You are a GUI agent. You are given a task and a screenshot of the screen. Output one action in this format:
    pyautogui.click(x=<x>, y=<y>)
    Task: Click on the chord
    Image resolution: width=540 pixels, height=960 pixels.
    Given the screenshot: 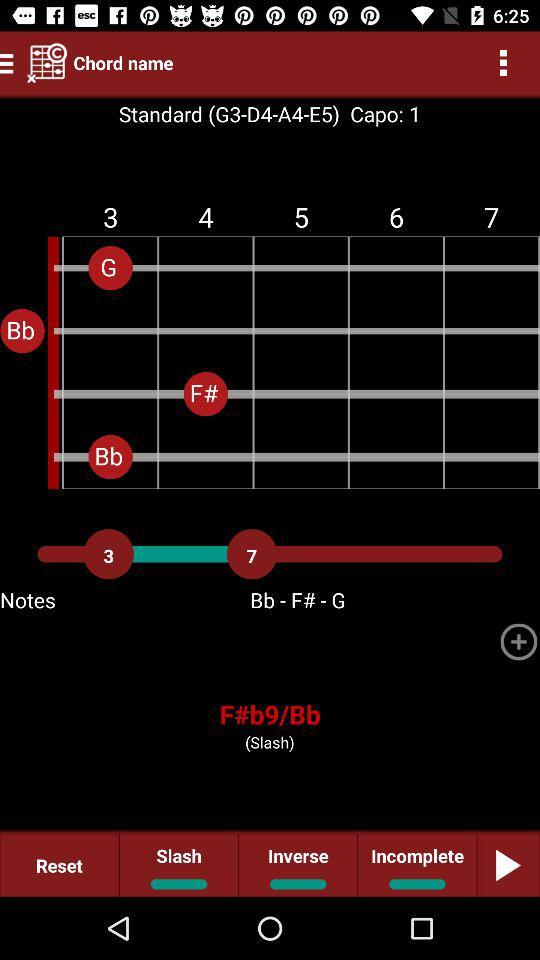 What is the action you would take?
    pyautogui.click(x=518, y=640)
    